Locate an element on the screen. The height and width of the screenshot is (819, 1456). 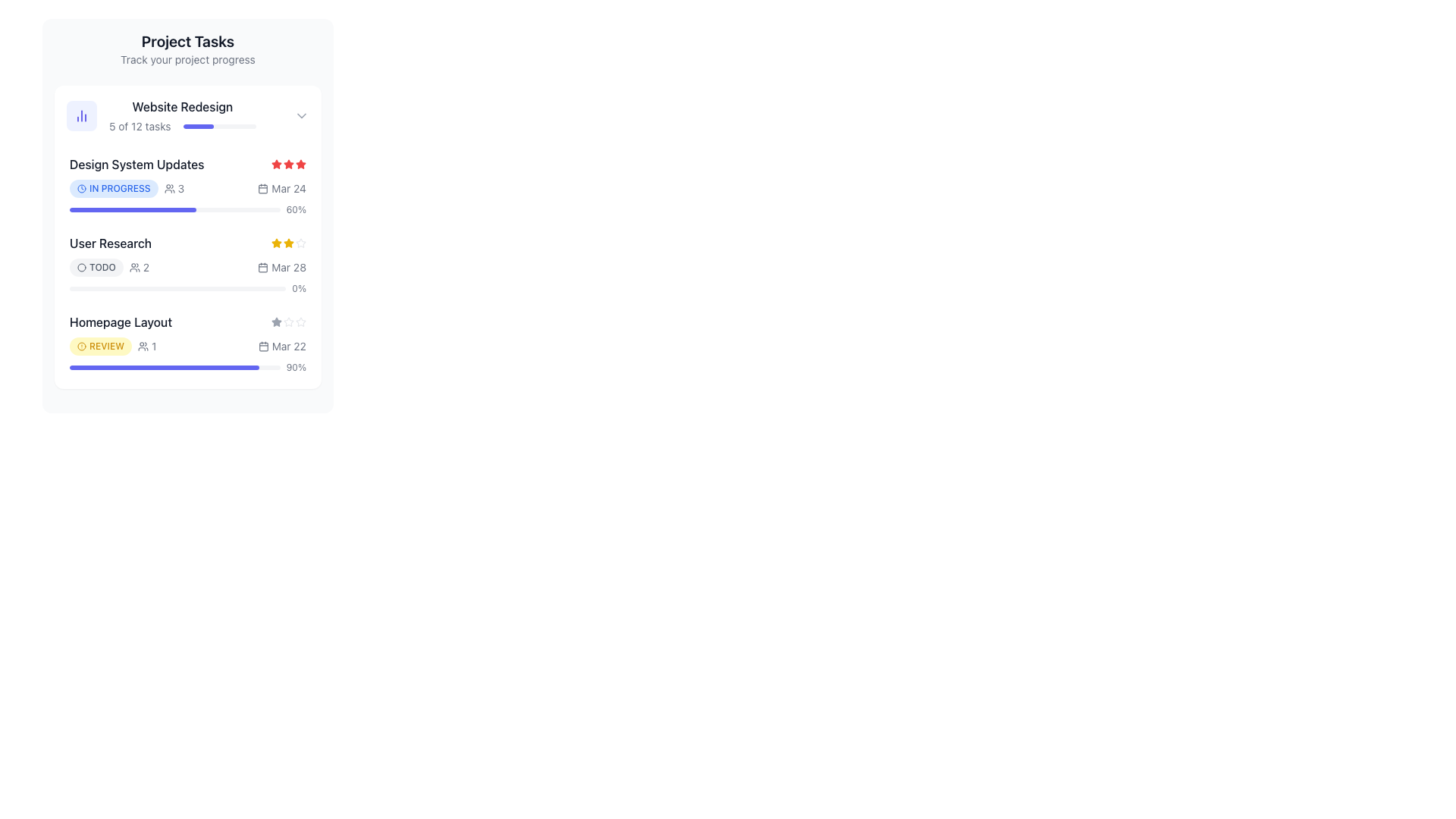
the third bold red star icon in the rating section of the 'Design System Updates' task in the project overview panel is located at coordinates (288, 164).